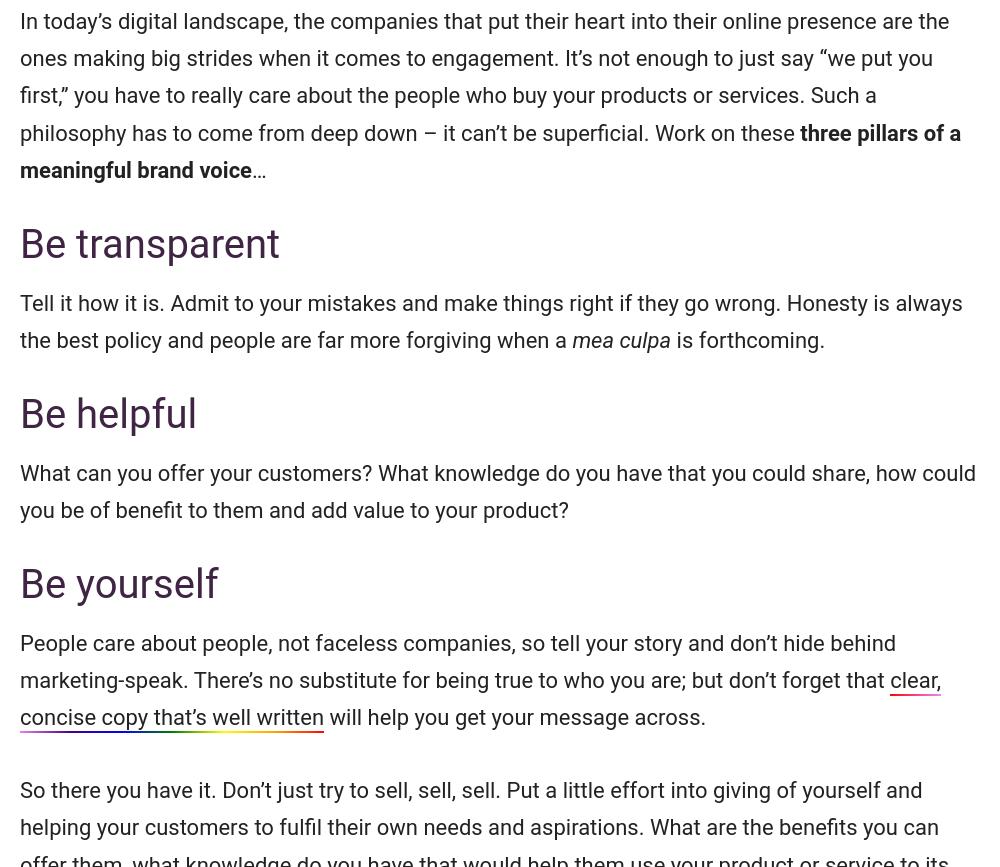  I want to click on 'will help you get your message across.', so click(323, 716).